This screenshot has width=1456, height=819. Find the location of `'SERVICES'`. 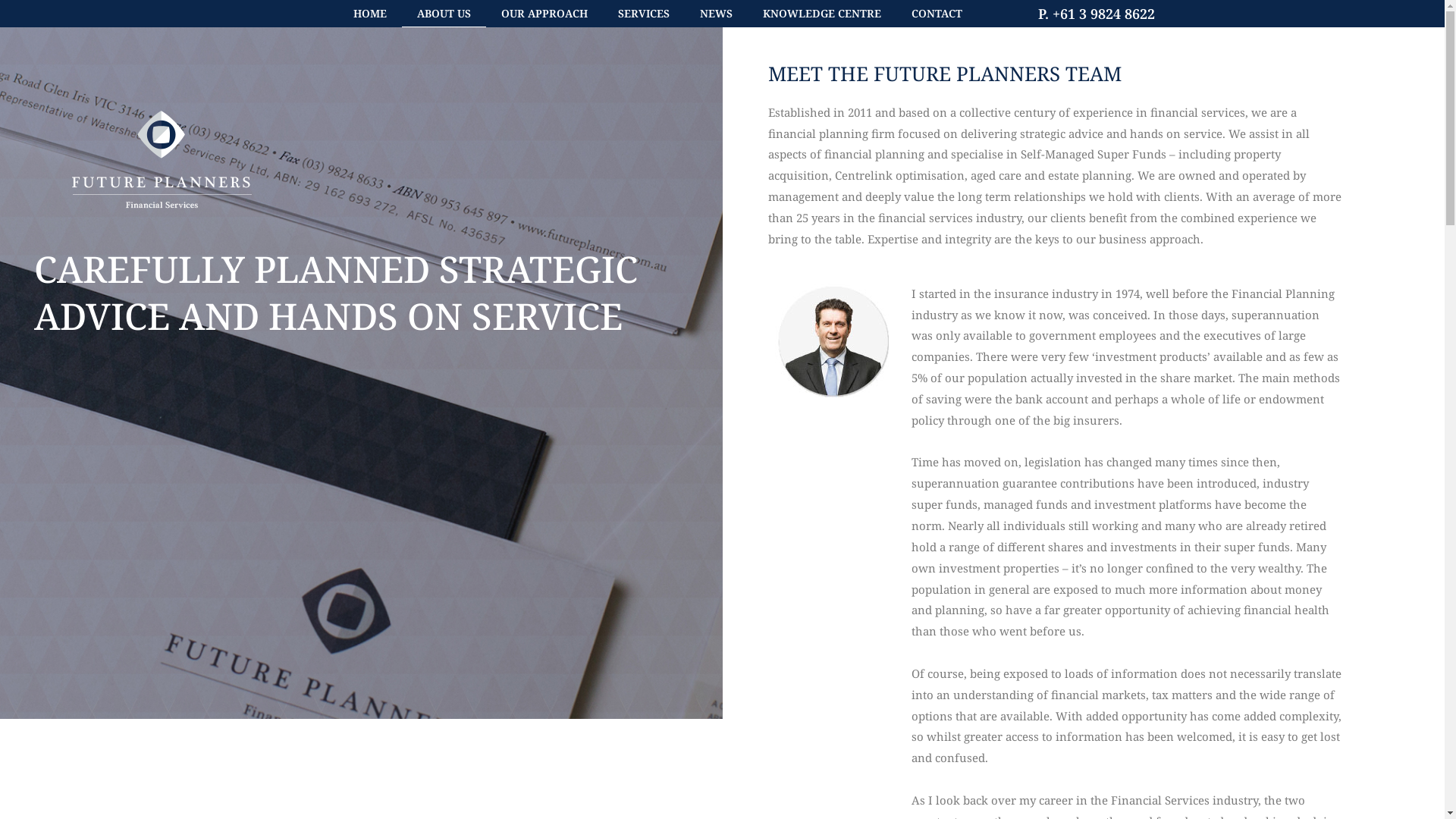

'SERVICES' is located at coordinates (643, 14).